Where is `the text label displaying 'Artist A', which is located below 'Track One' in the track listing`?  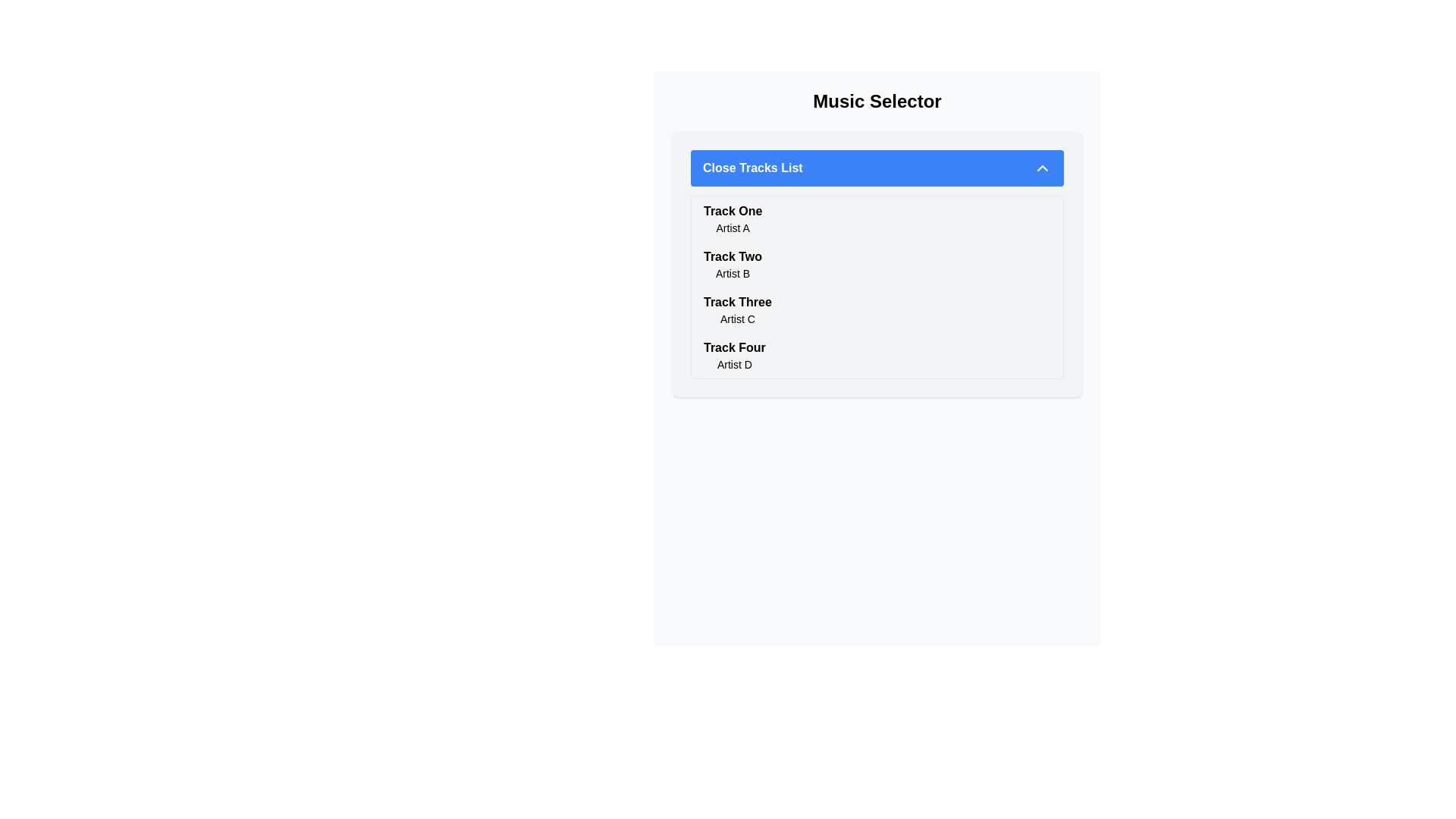
the text label displaying 'Artist A', which is located below 'Track One' in the track listing is located at coordinates (733, 227).